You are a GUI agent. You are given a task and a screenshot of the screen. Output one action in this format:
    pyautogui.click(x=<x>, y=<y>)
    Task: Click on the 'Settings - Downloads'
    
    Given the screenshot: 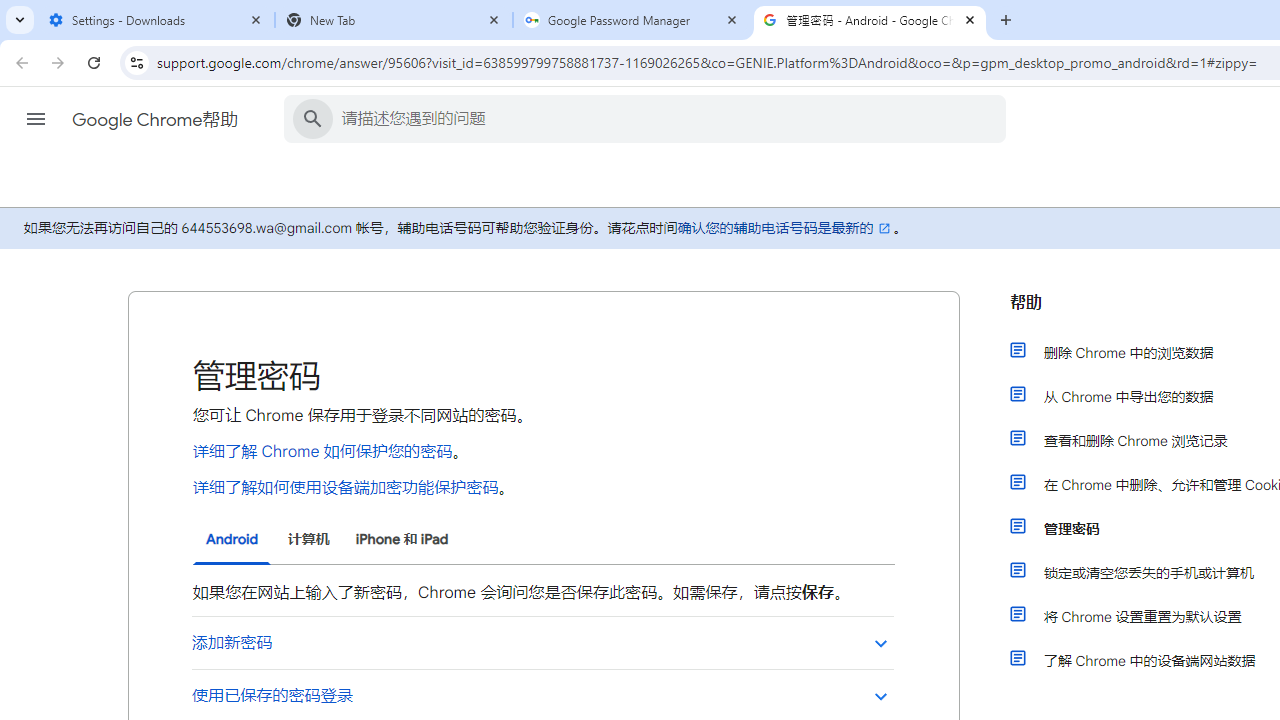 What is the action you would take?
    pyautogui.click(x=155, y=20)
    